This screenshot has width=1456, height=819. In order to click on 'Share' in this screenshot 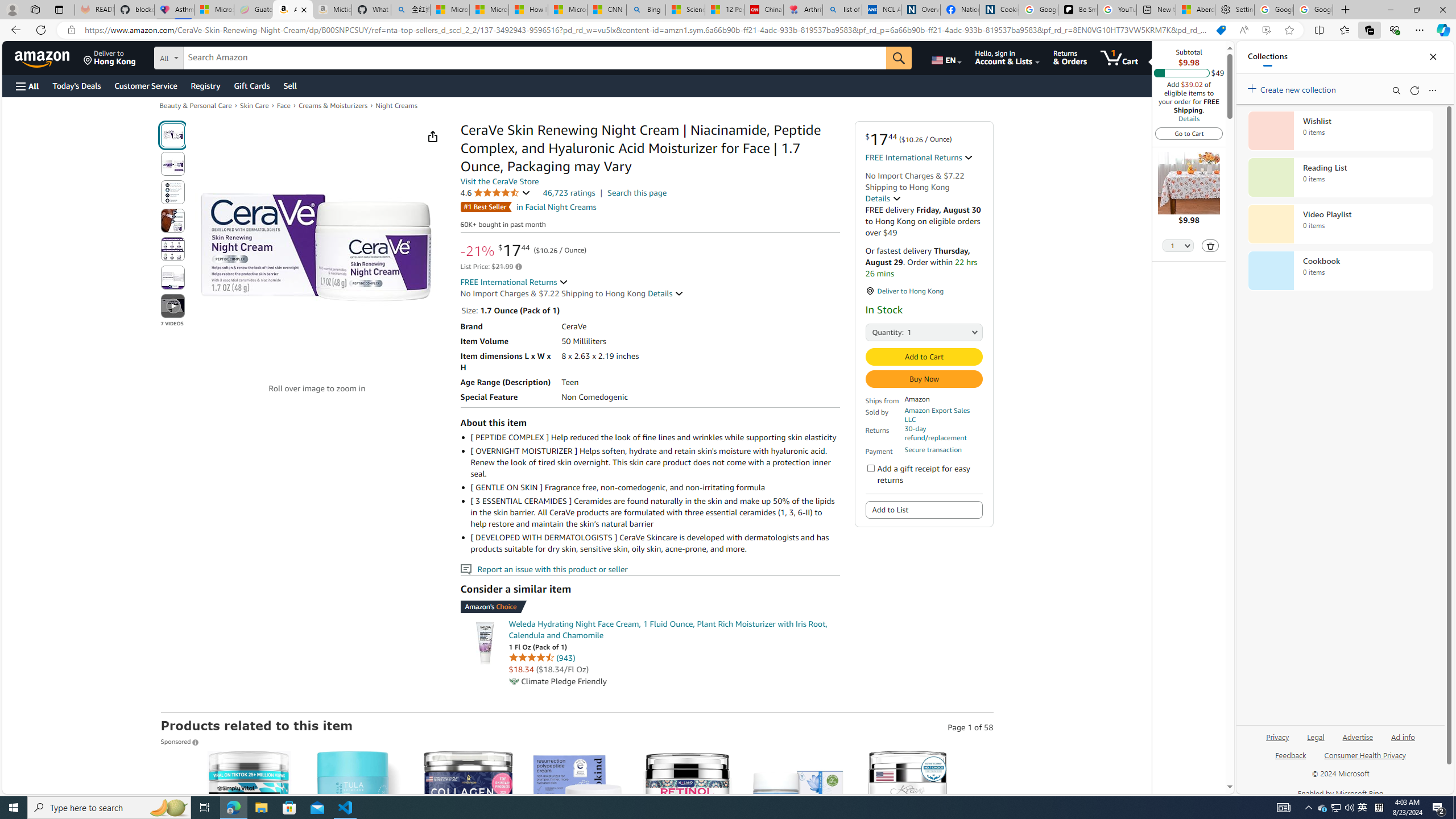, I will do `click(432, 135)`.